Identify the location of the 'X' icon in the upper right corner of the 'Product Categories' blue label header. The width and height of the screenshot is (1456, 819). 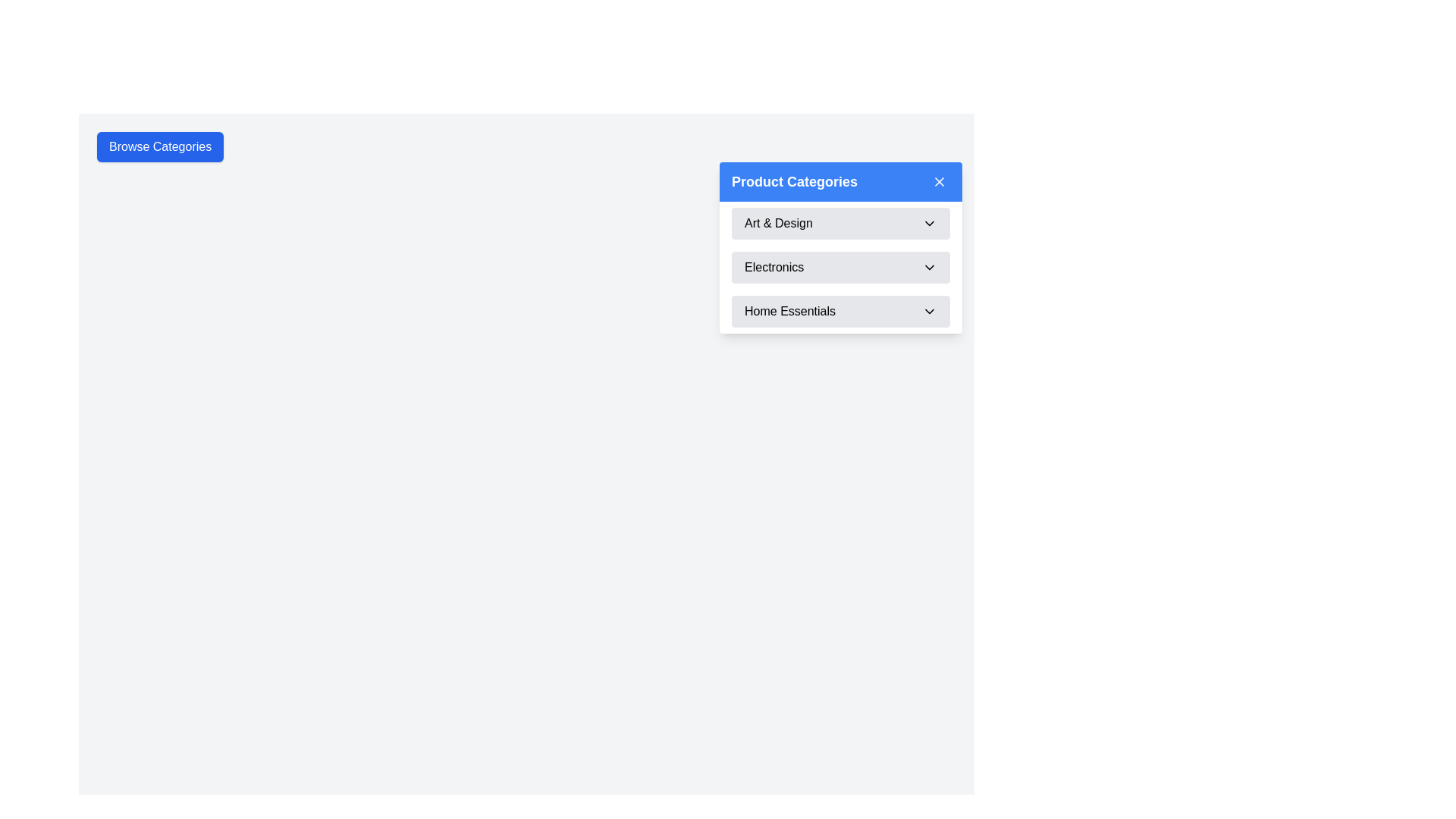
(938, 180).